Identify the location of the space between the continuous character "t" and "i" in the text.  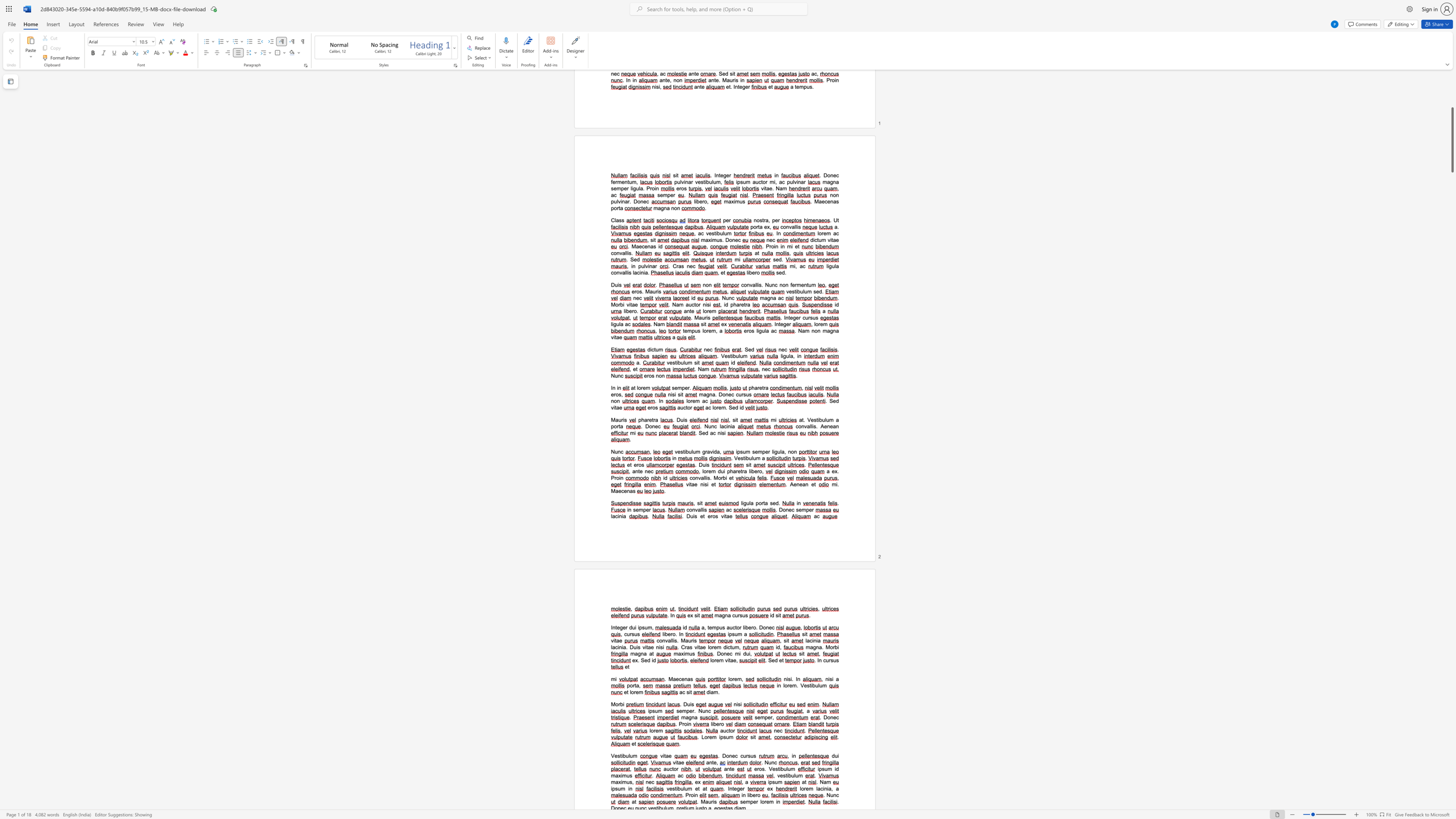
(745, 458).